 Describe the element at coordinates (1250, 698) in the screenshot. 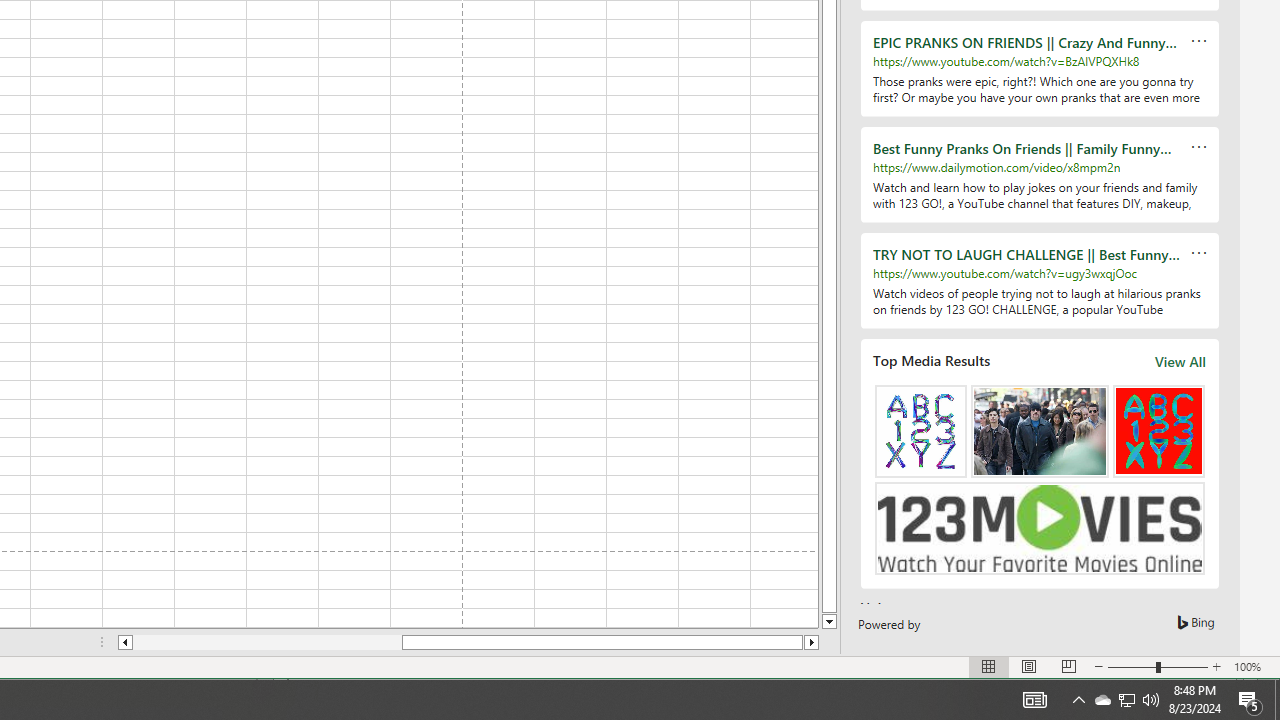

I see `'Action Center, 5 new notifications'` at that location.